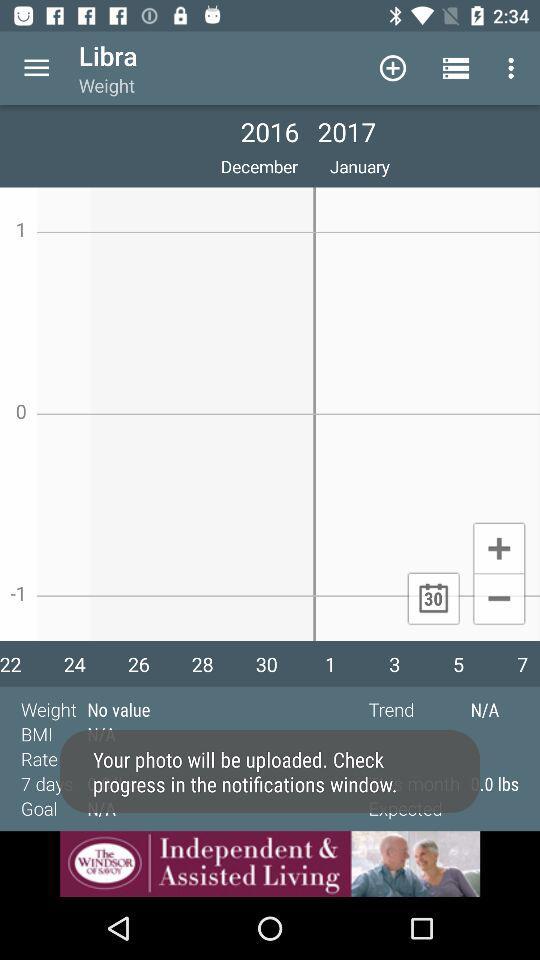 This screenshot has width=540, height=960. I want to click on the minus icon, so click(498, 600).